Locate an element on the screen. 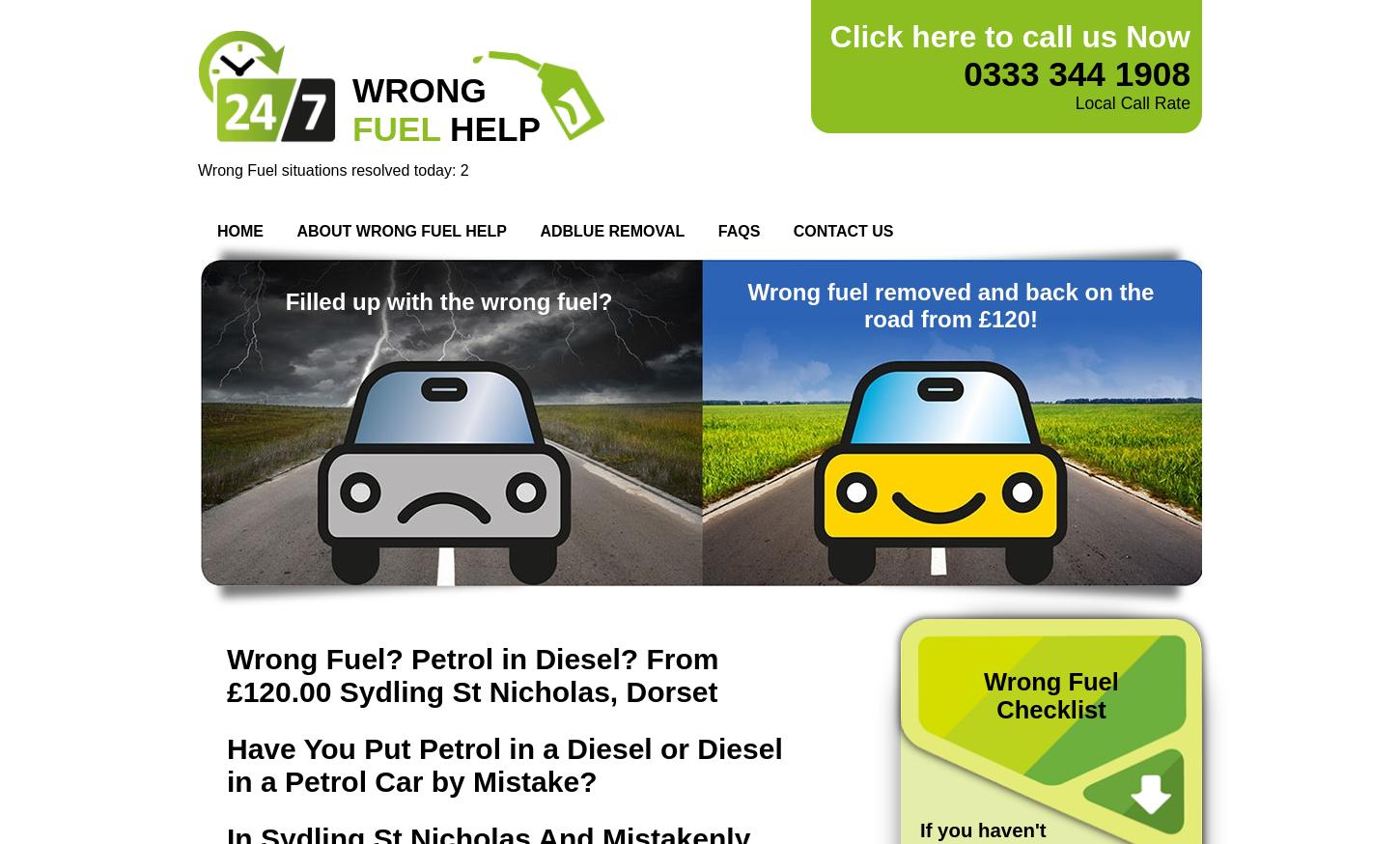  'FUEL' is located at coordinates (350, 128).